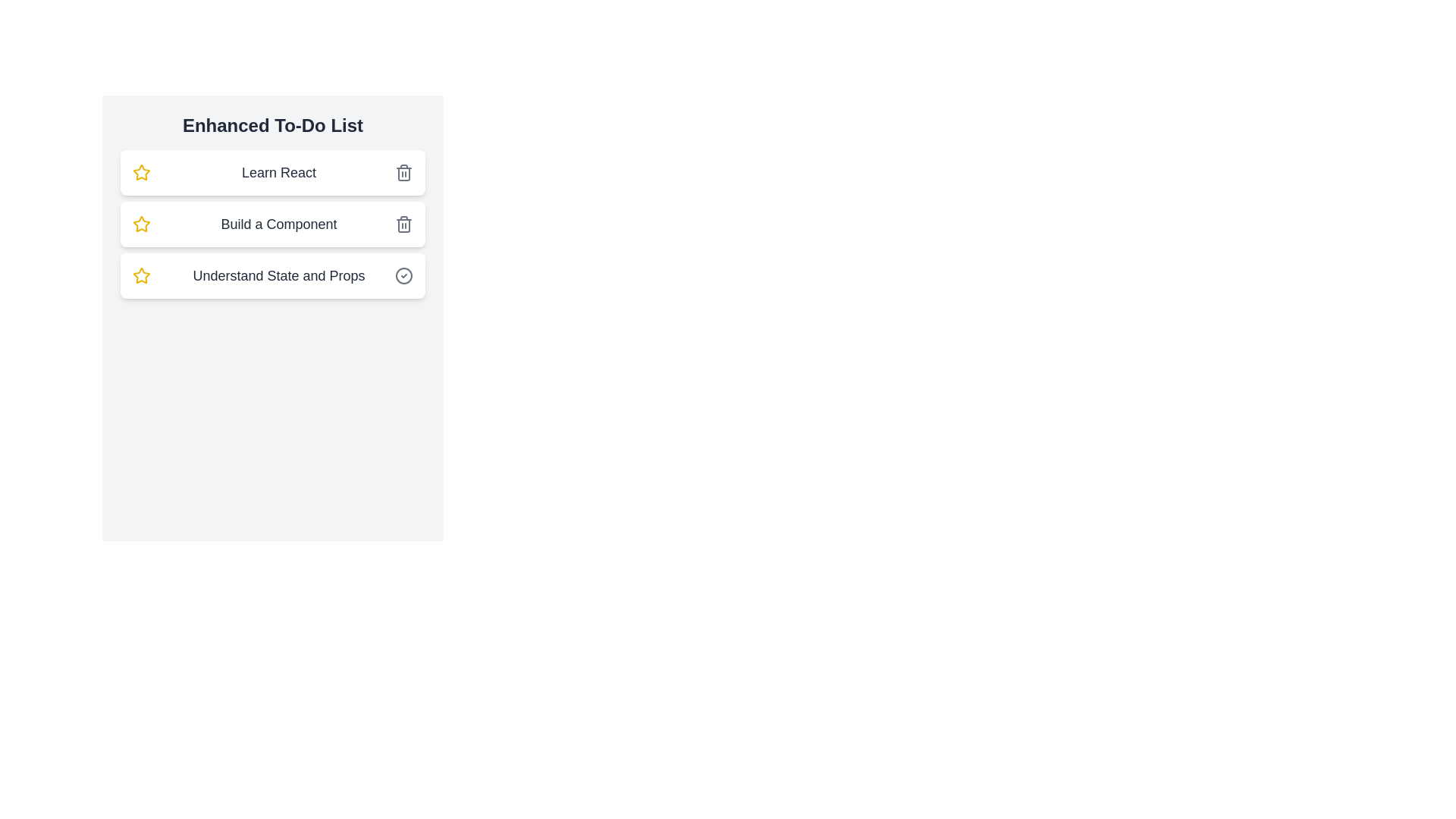  What do you see at coordinates (273, 275) in the screenshot?
I see `the static card titled 'Understand State and Props' which features a golden star icon on the left and a circular checkmark icon on the right, located at the bottom-most position in the 'Enhanced To-Do List'` at bounding box center [273, 275].